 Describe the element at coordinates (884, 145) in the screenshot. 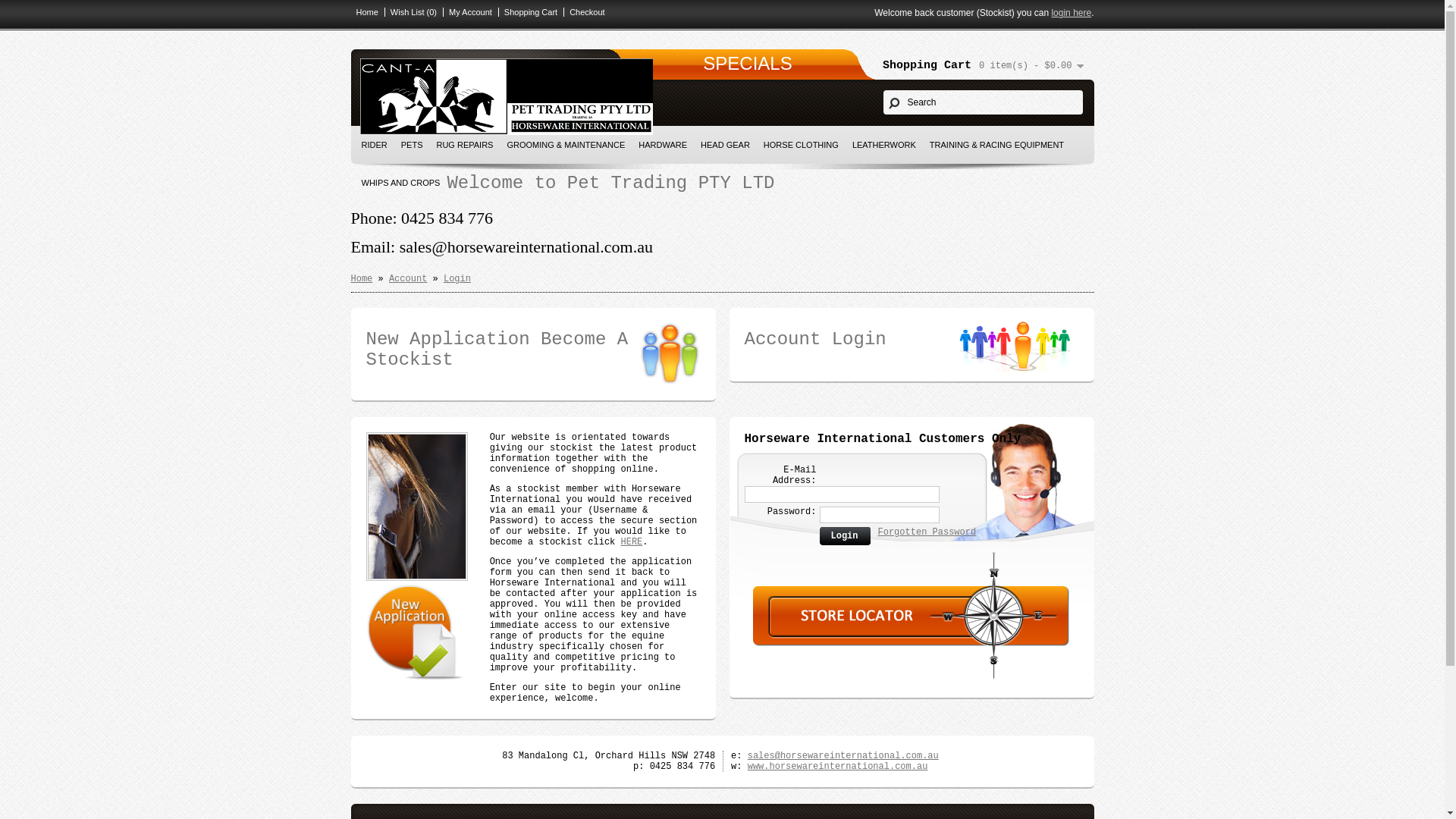

I see `'LEATHERWORK'` at that location.